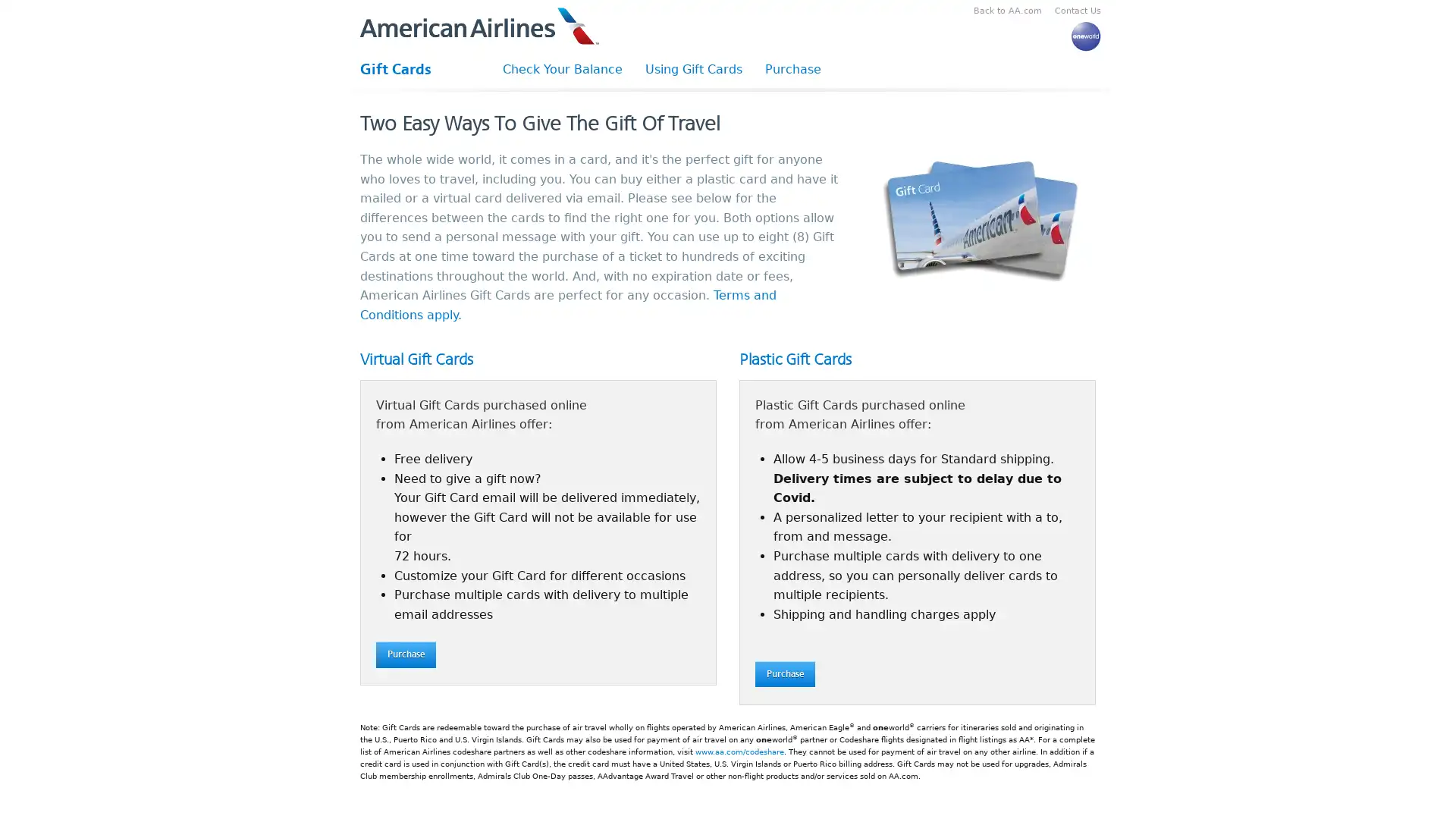 The height and width of the screenshot is (819, 1456). Describe the element at coordinates (406, 653) in the screenshot. I see `Purchase` at that location.